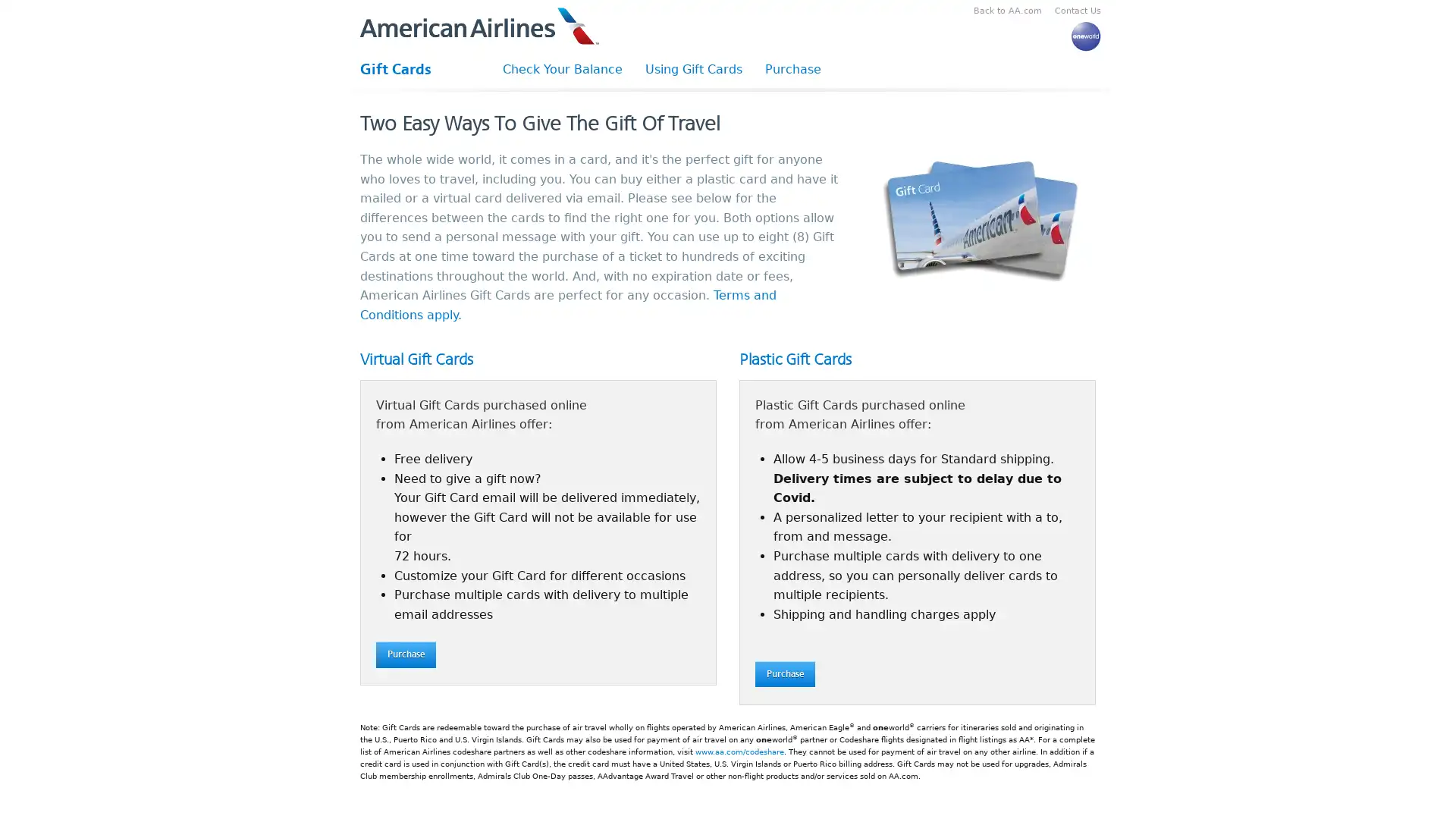 The height and width of the screenshot is (819, 1456). Describe the element at coordinates (406, 653) in the screenshot. I see `Purchase` at that location.